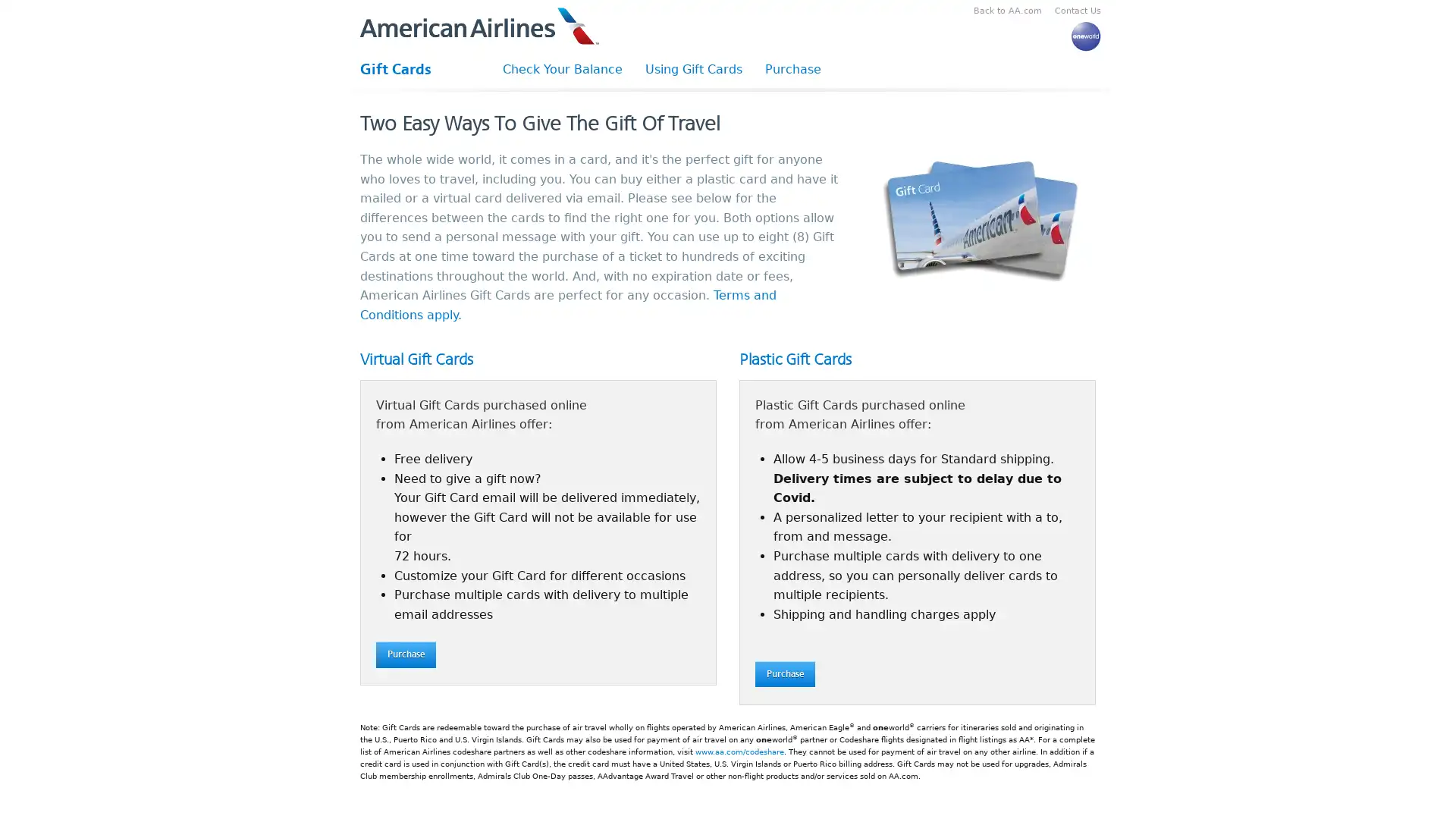 The height and width of the screenshot is (819, 1456). Describe the element at coordinates (406, 653) in the screenshot. I see `Purchase` at that location.